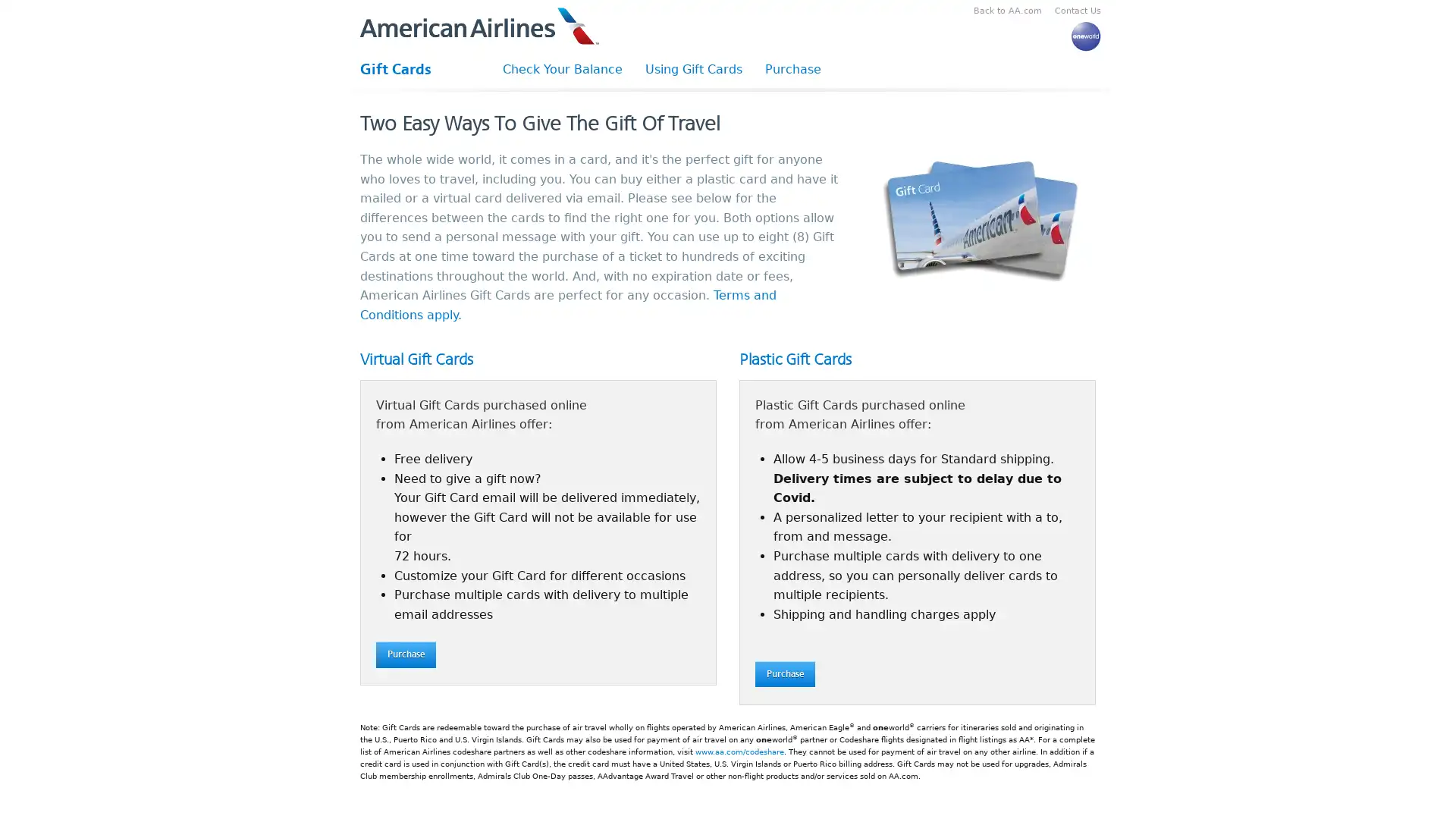 The height and width of the screenshot is (819, 1456). Describe the element at coordinates (406, 653) in the screenshot. I see `Purchase` at that location.